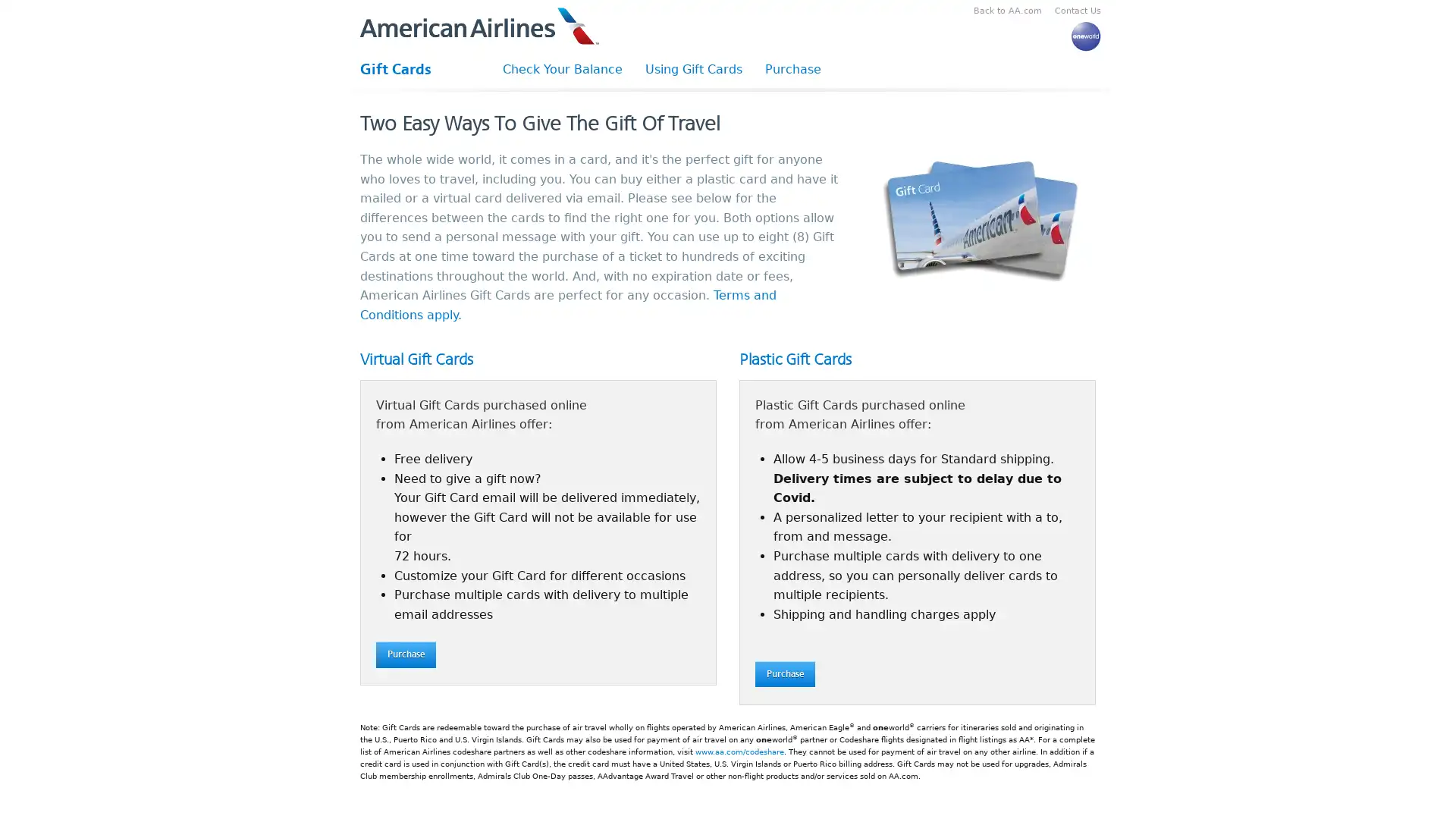 The height and width of the screenshot is (819, 1456). Describe the element at coordinates (406, 653) in the screenshot. I see `Purchase` at that location.